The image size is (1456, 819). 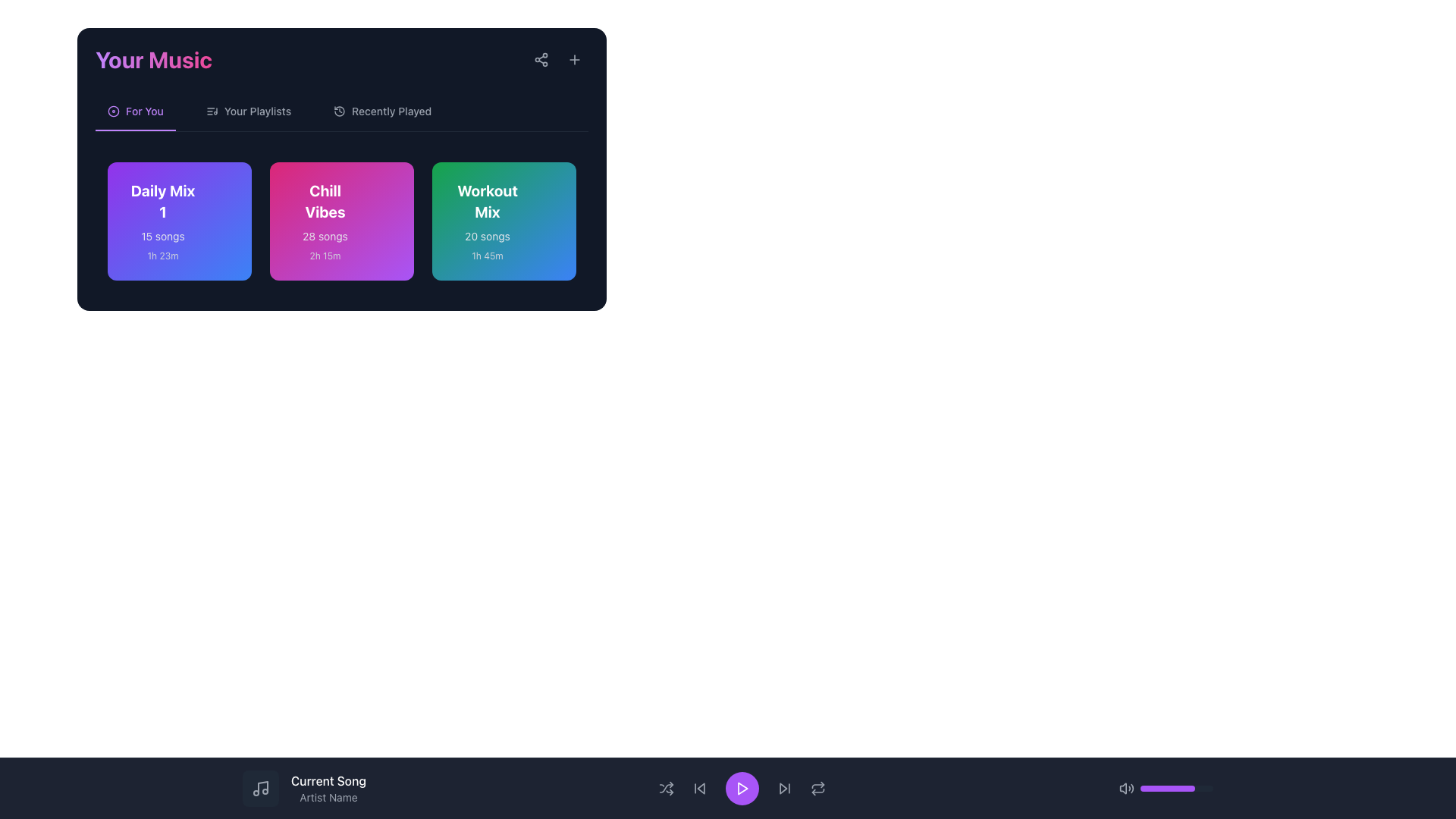 I want to click on the 'Chill Vibes' playlist item, which is the second element in the 'Your Music' section, so click(x=341, y=221).